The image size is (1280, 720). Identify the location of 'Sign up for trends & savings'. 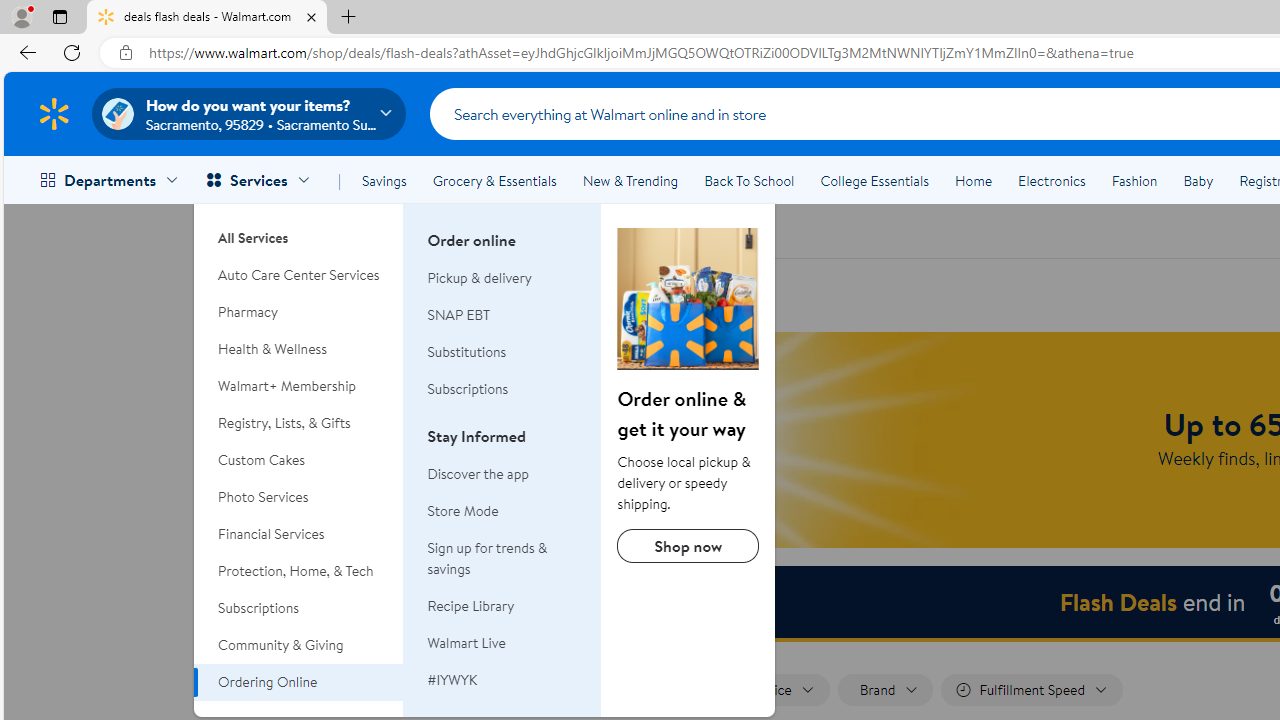
(503, 559).